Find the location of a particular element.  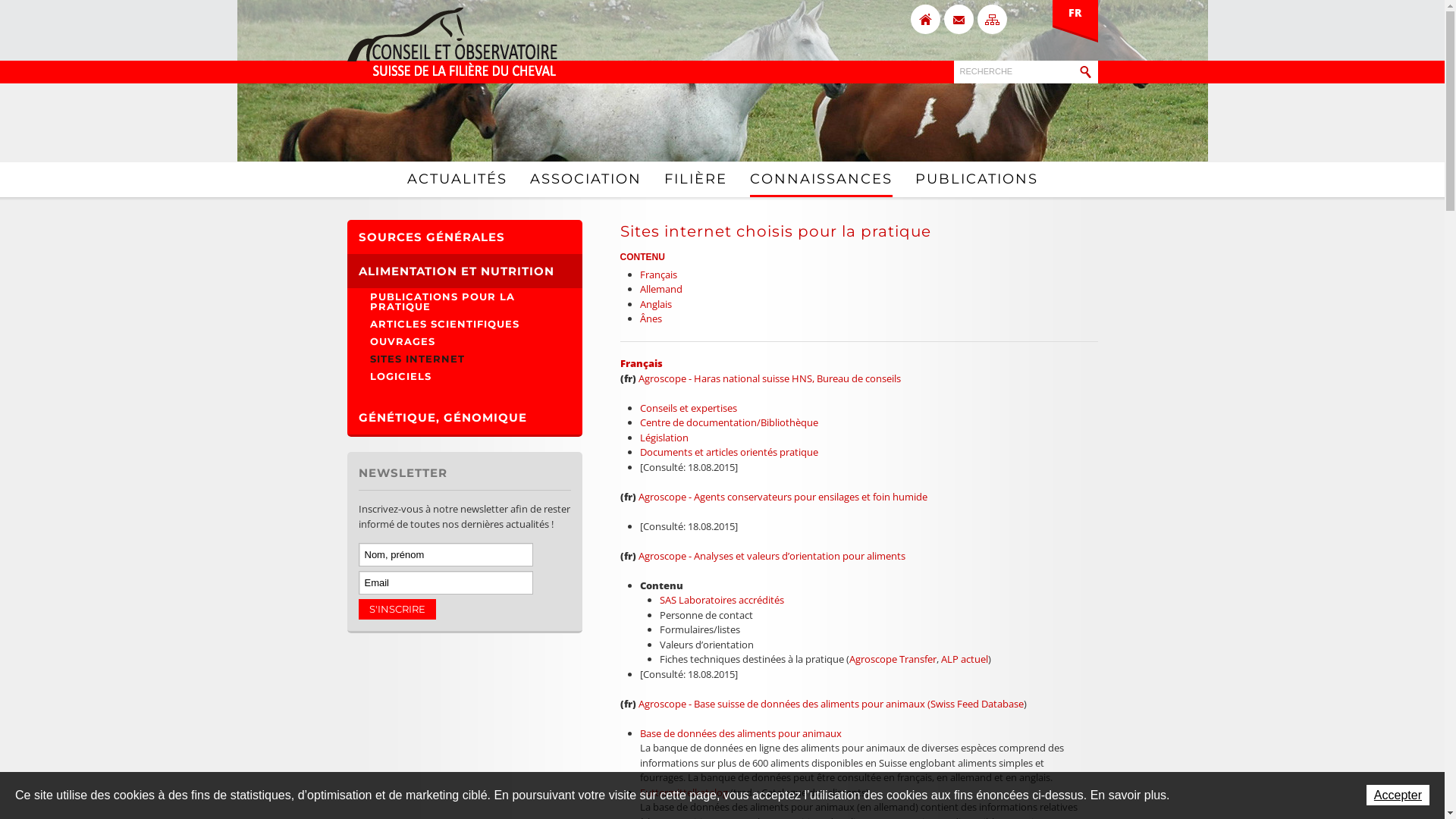

'PUBLICATIONS POUR LA PRATIQUE' is located at coordinates (464, 301).